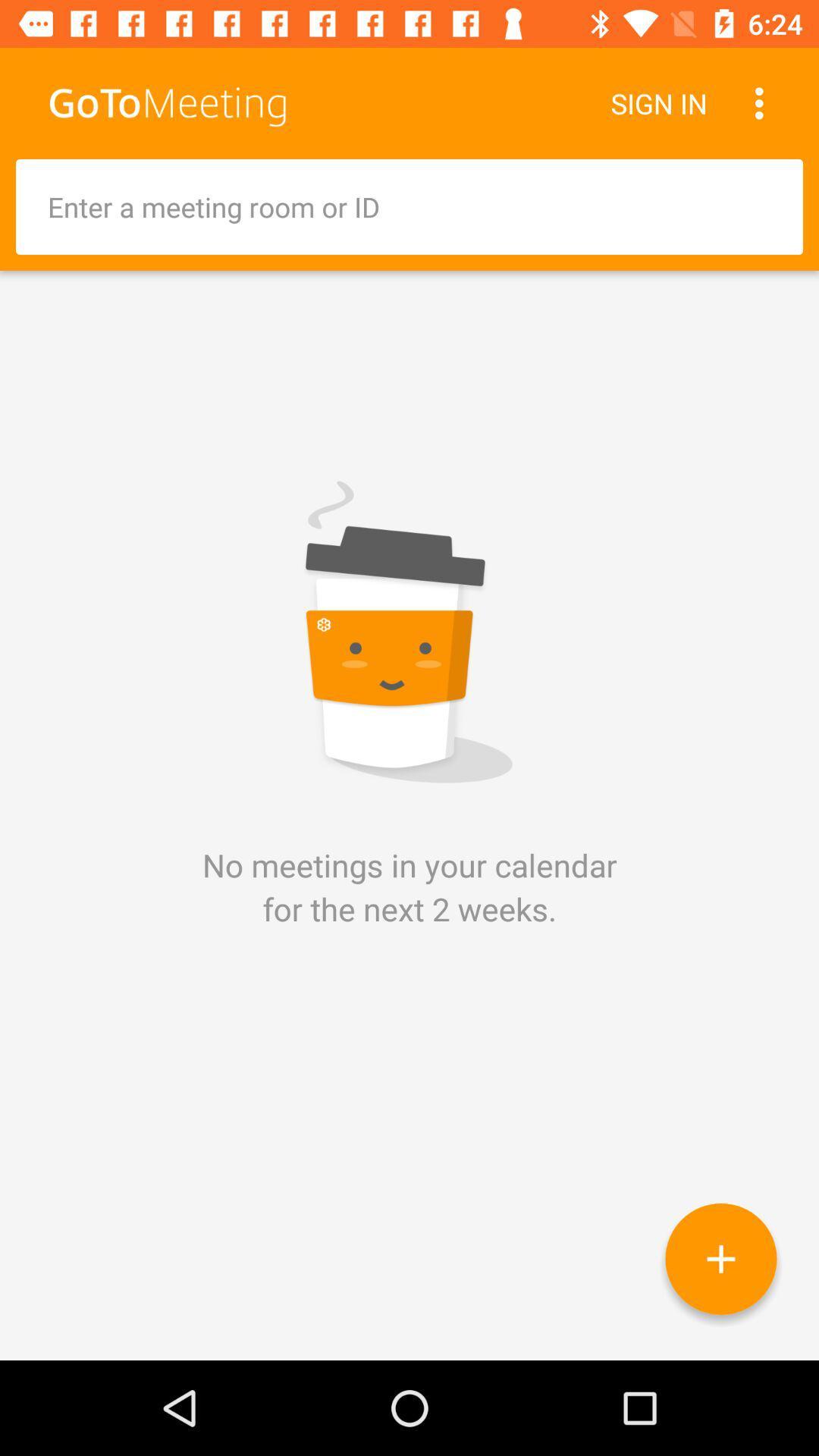 The height and width of the screenshot is (1456, 819). What do you see at coordinates (409, 206) in the screenshot?
I see `id or meeting room entry` at bounding box center [409, 206].